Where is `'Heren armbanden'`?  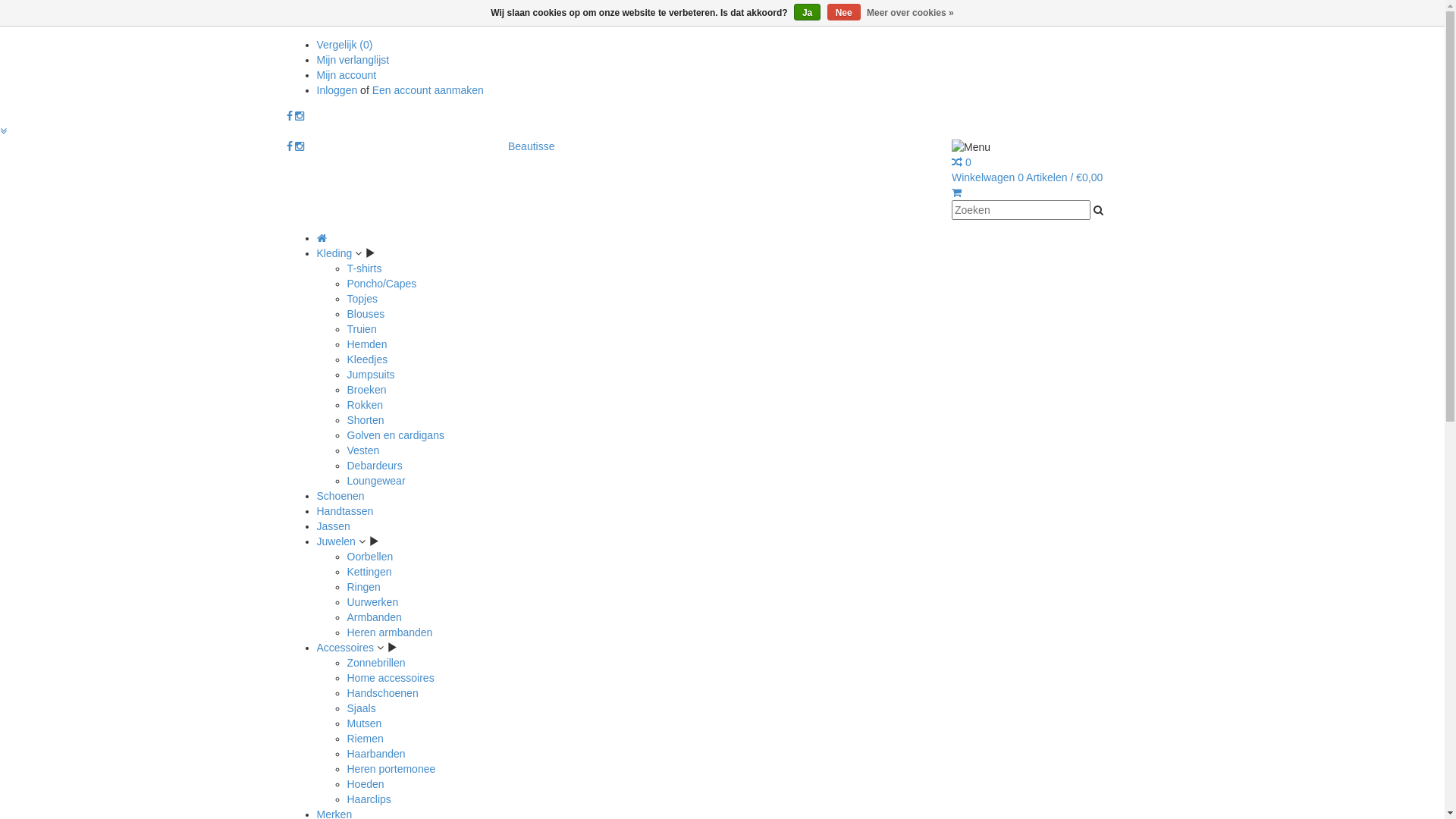 'Heren armbanden' is located at coordinates (390, 632).